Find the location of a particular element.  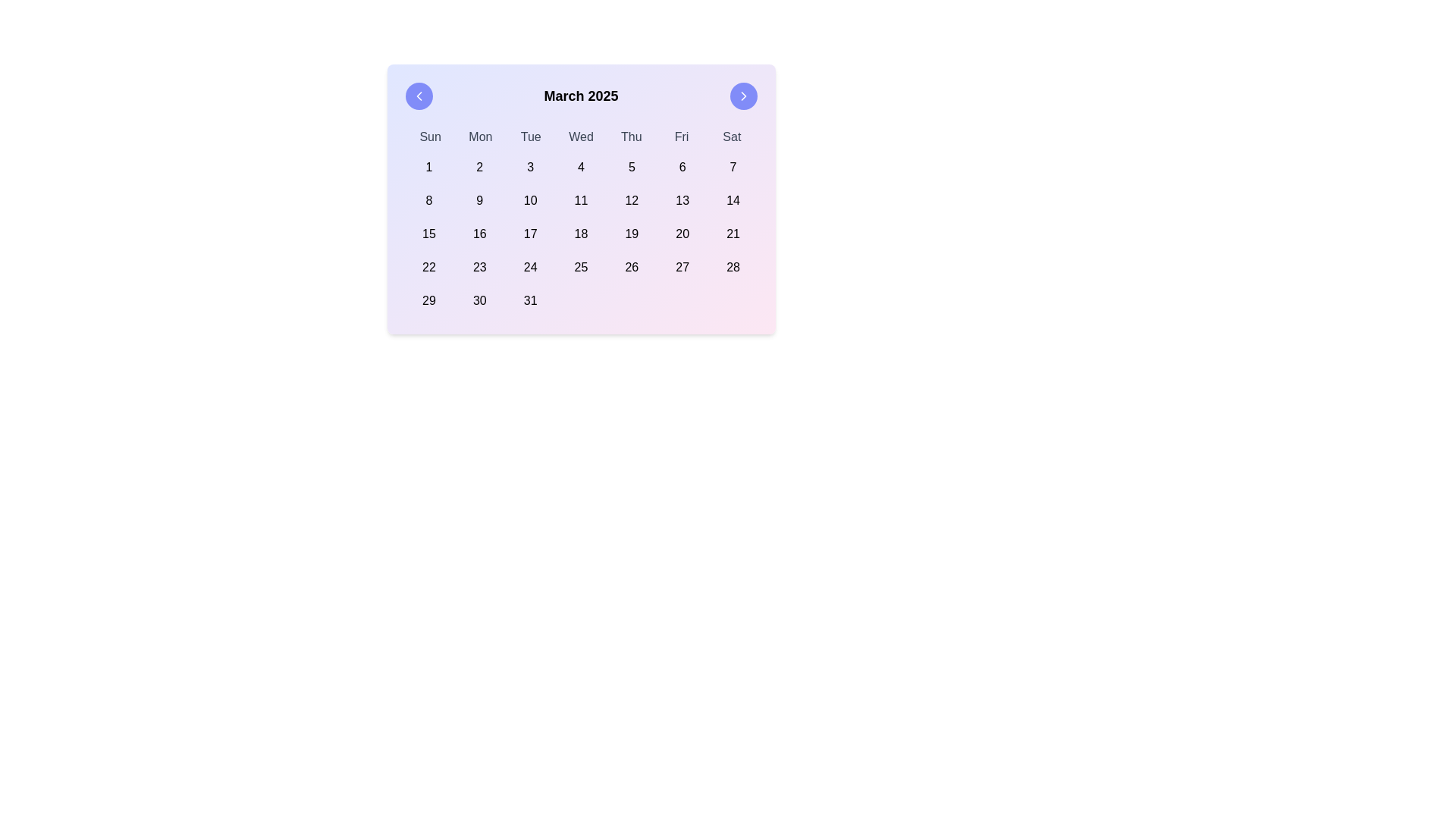

the label indicating 'Sat', which is the seventh item in the row of day headers in the calendar layout is located at coordinates (732, 137).